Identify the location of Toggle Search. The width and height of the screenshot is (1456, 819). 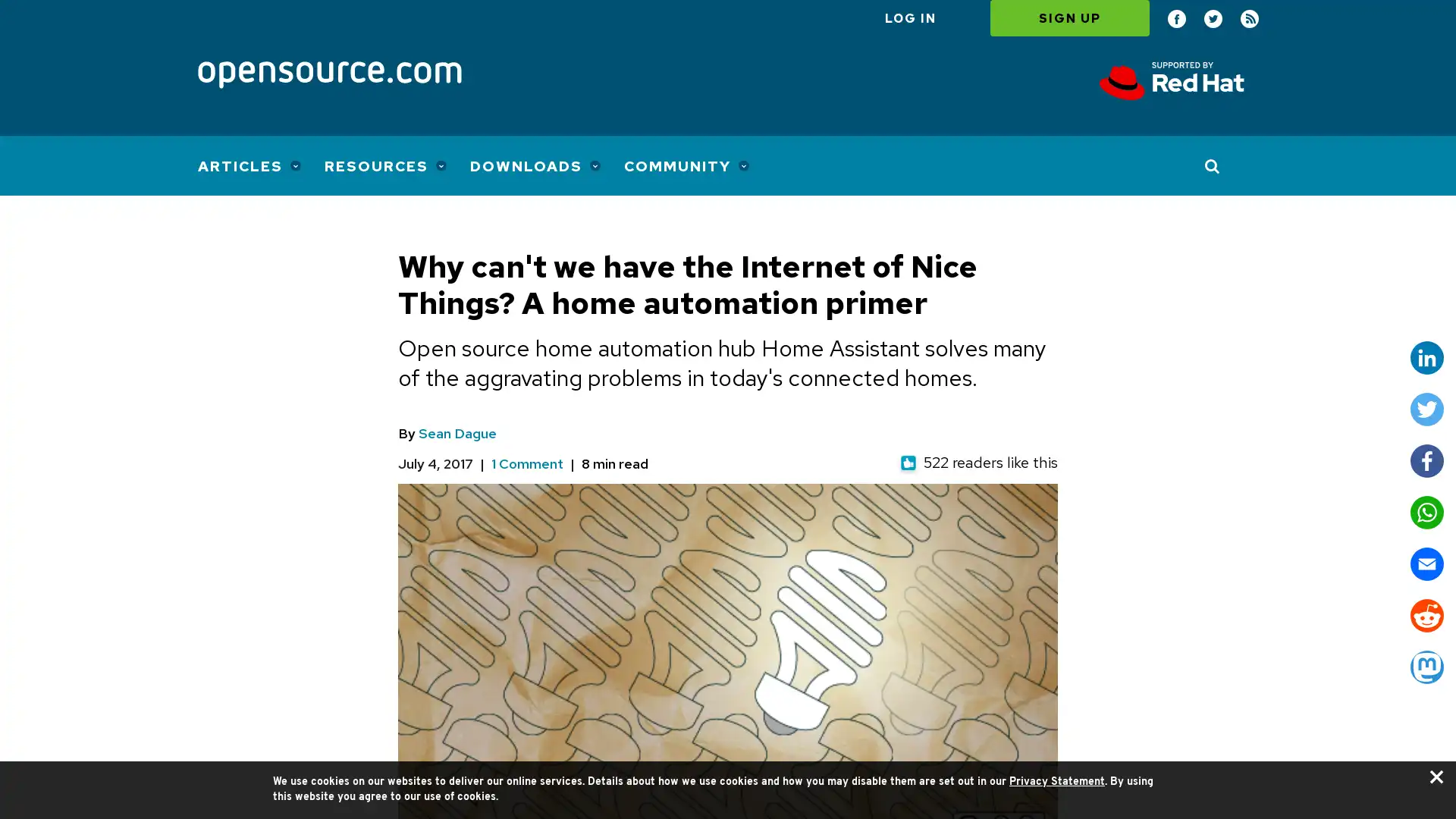
(1212, 165).